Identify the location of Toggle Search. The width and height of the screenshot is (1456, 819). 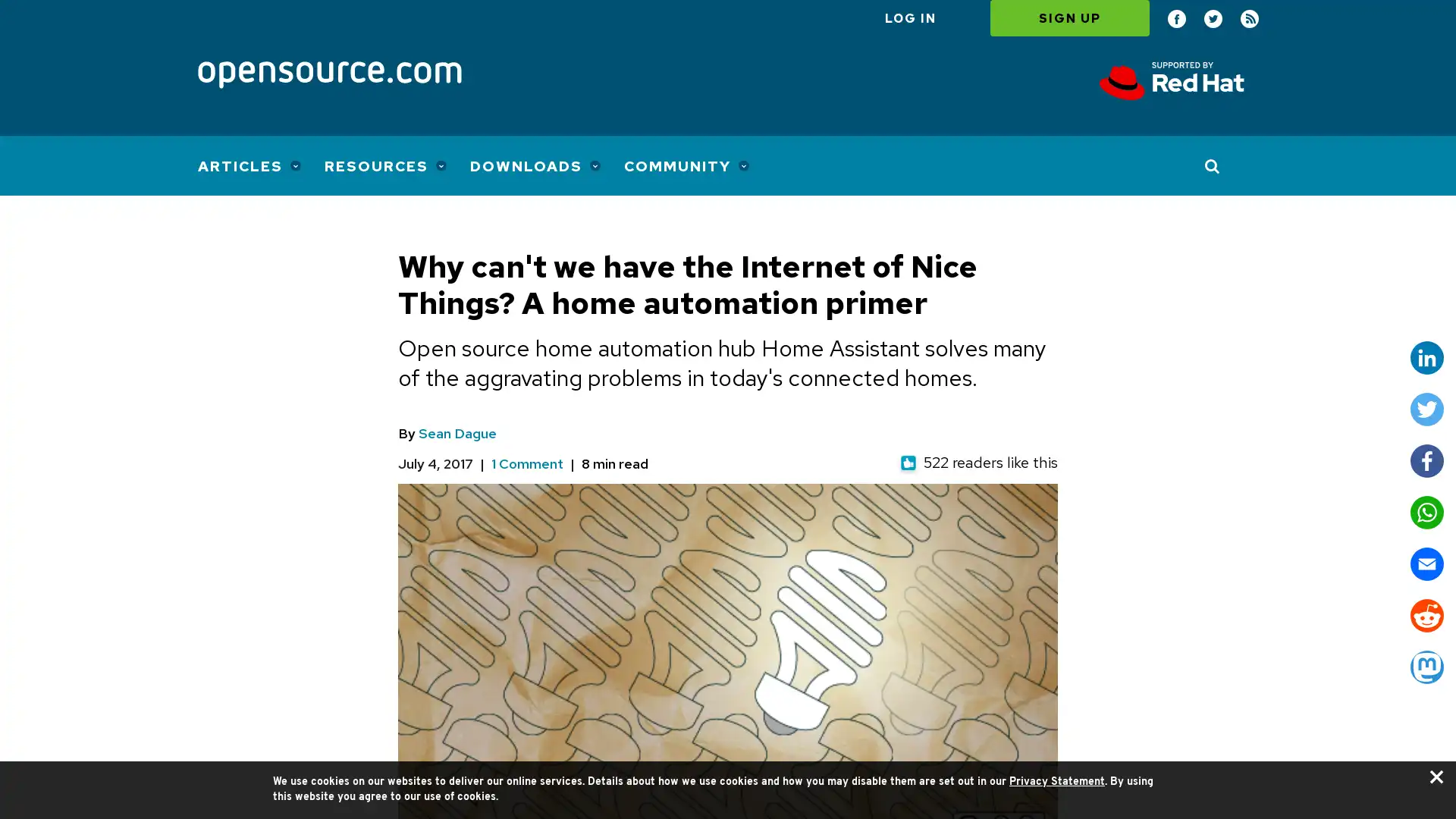
(1212, 165).